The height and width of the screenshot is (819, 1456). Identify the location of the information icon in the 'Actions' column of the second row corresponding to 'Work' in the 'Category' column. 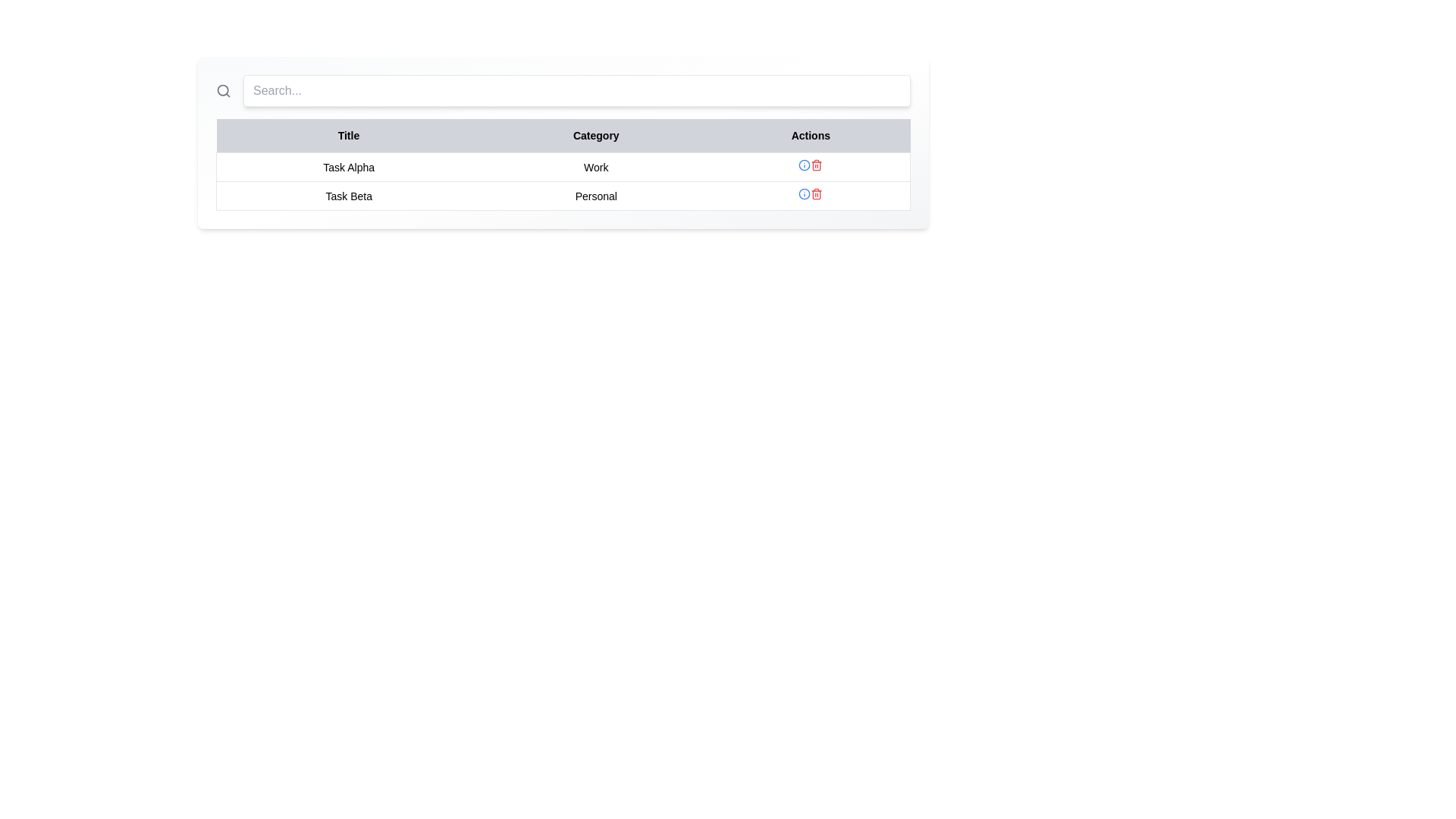
(810, 167).